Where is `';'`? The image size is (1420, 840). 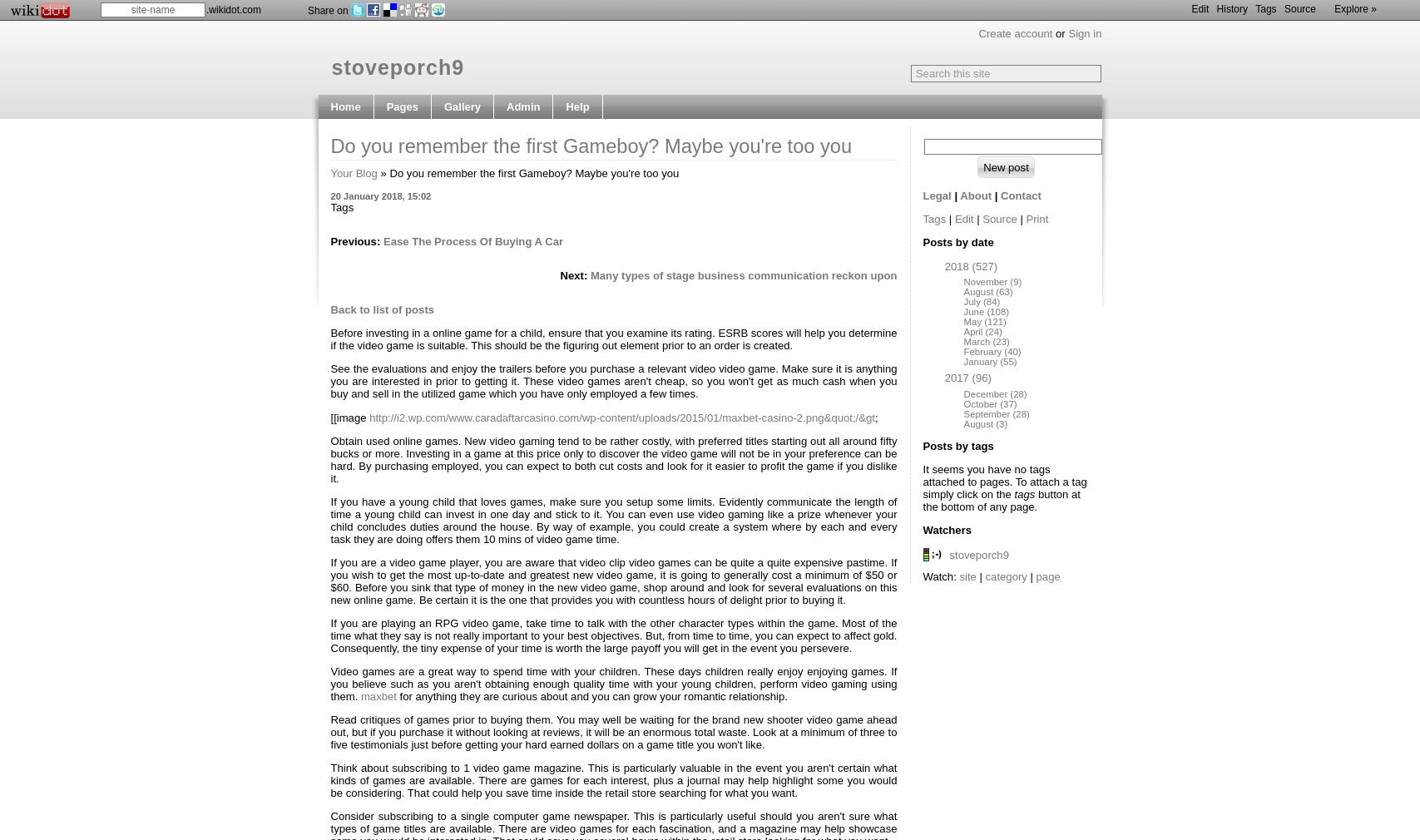 ';' is located at coordinates (875, 417).